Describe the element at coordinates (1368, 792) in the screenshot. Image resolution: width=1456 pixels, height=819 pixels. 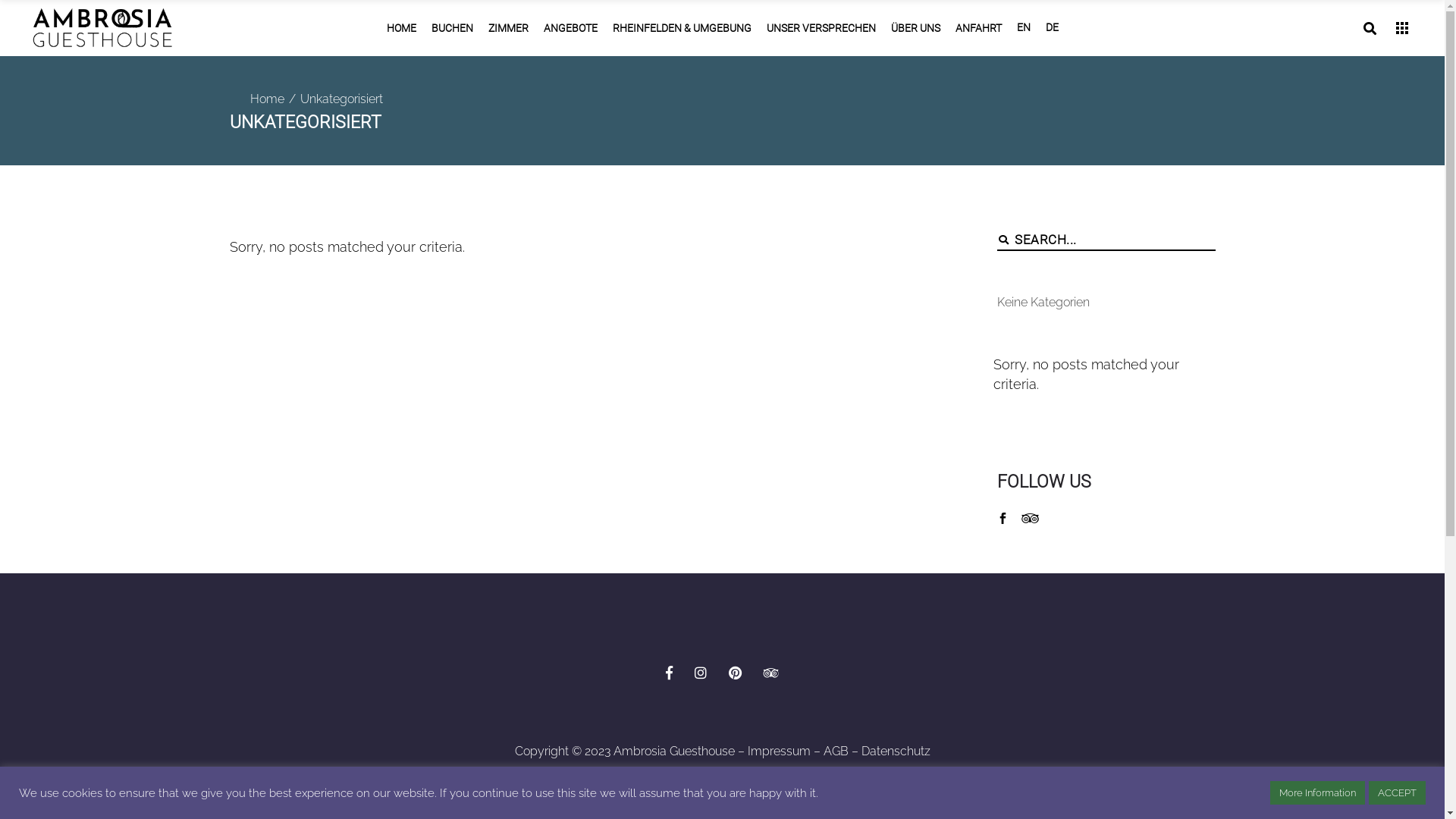
I see `'ACCEPT'` at that location.